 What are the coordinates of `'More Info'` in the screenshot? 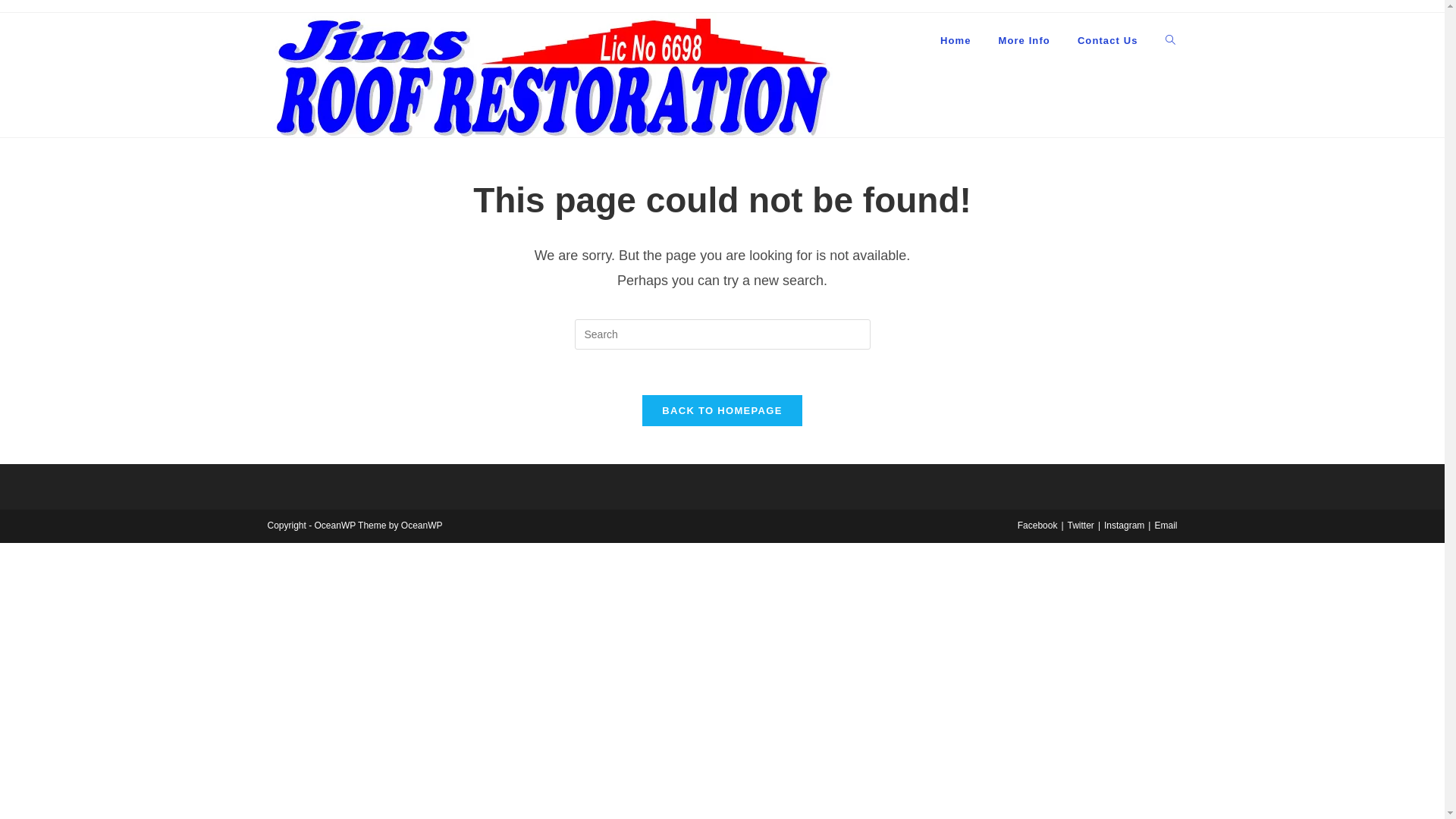 It's located at (984, 40).